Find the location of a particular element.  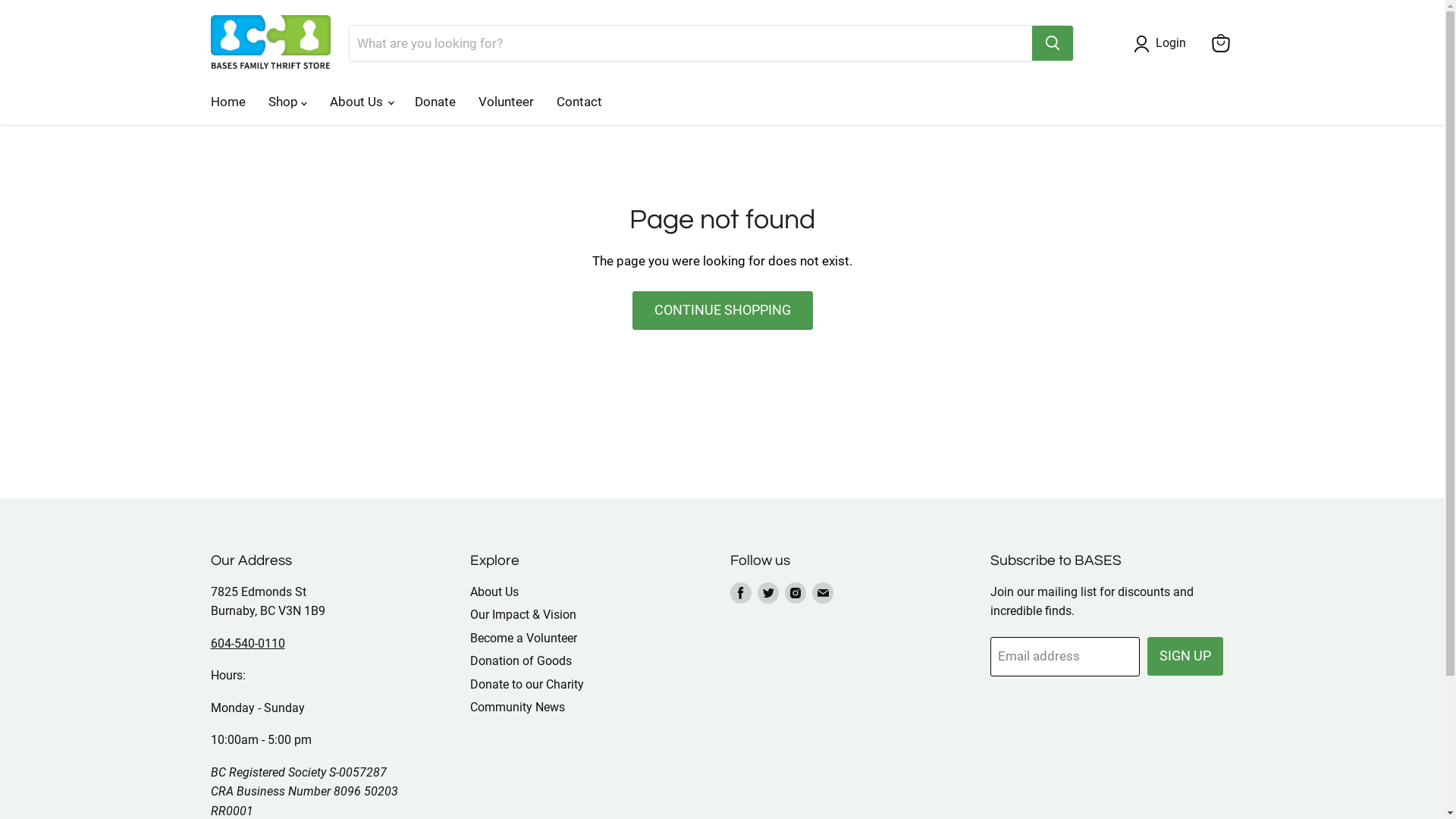

'Donate' is located at coordinates (435, 102).